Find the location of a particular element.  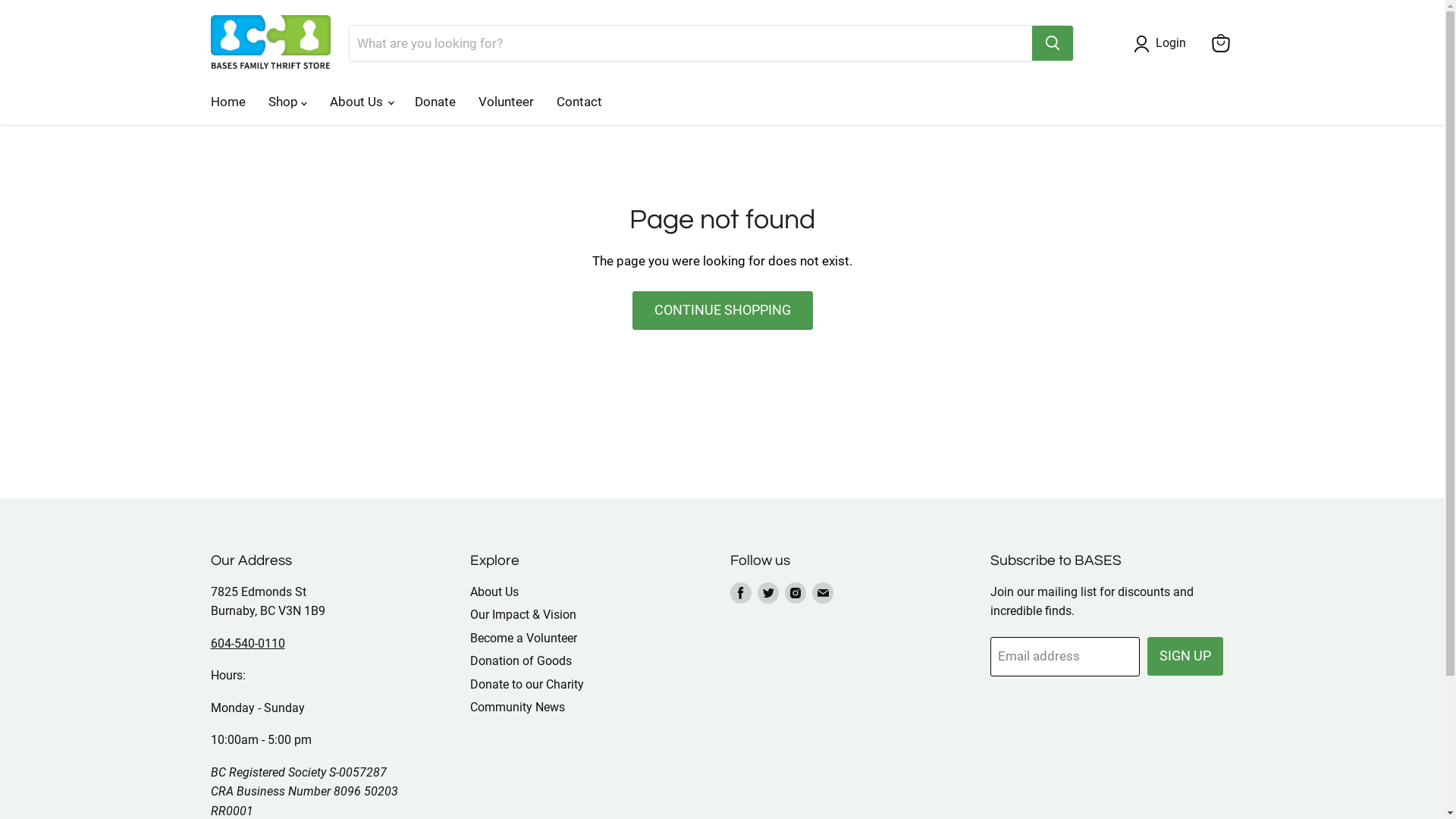

'Donate' is located at coordinates (435, 102).